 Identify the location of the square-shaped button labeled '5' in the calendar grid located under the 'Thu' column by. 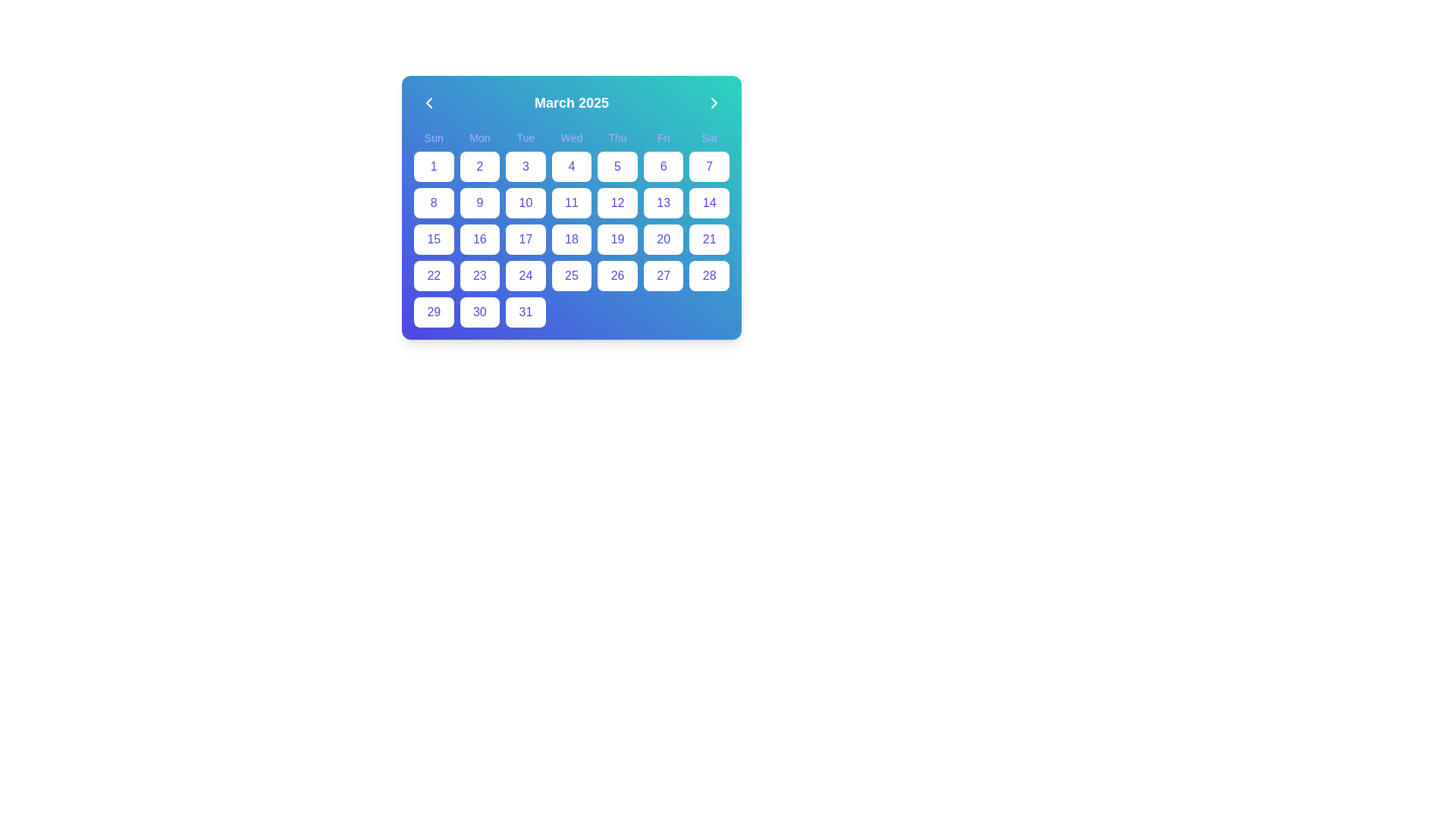
(617, 166).